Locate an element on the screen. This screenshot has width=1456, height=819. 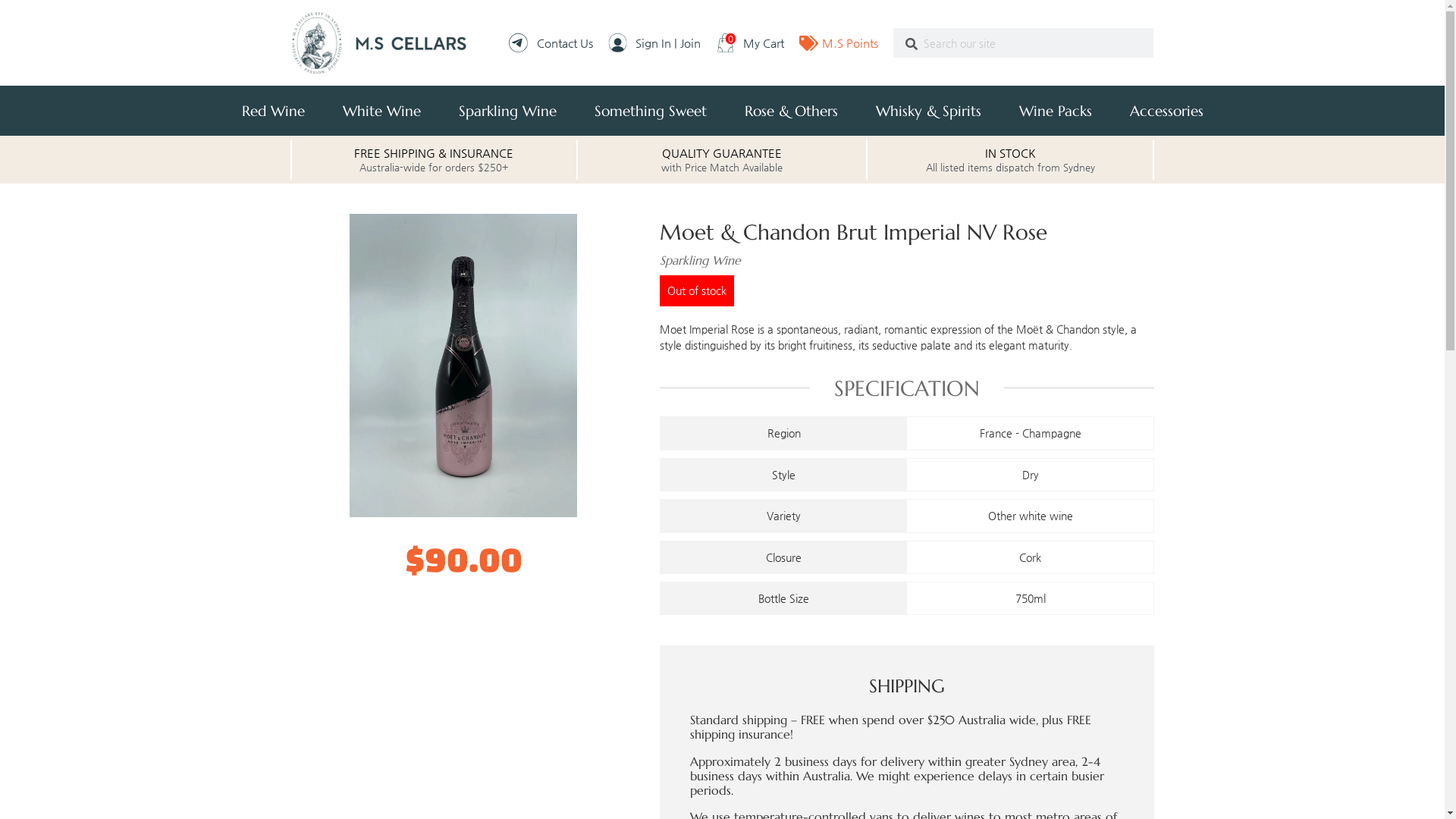
'M.S Points' is located at coordinates (837, 42).